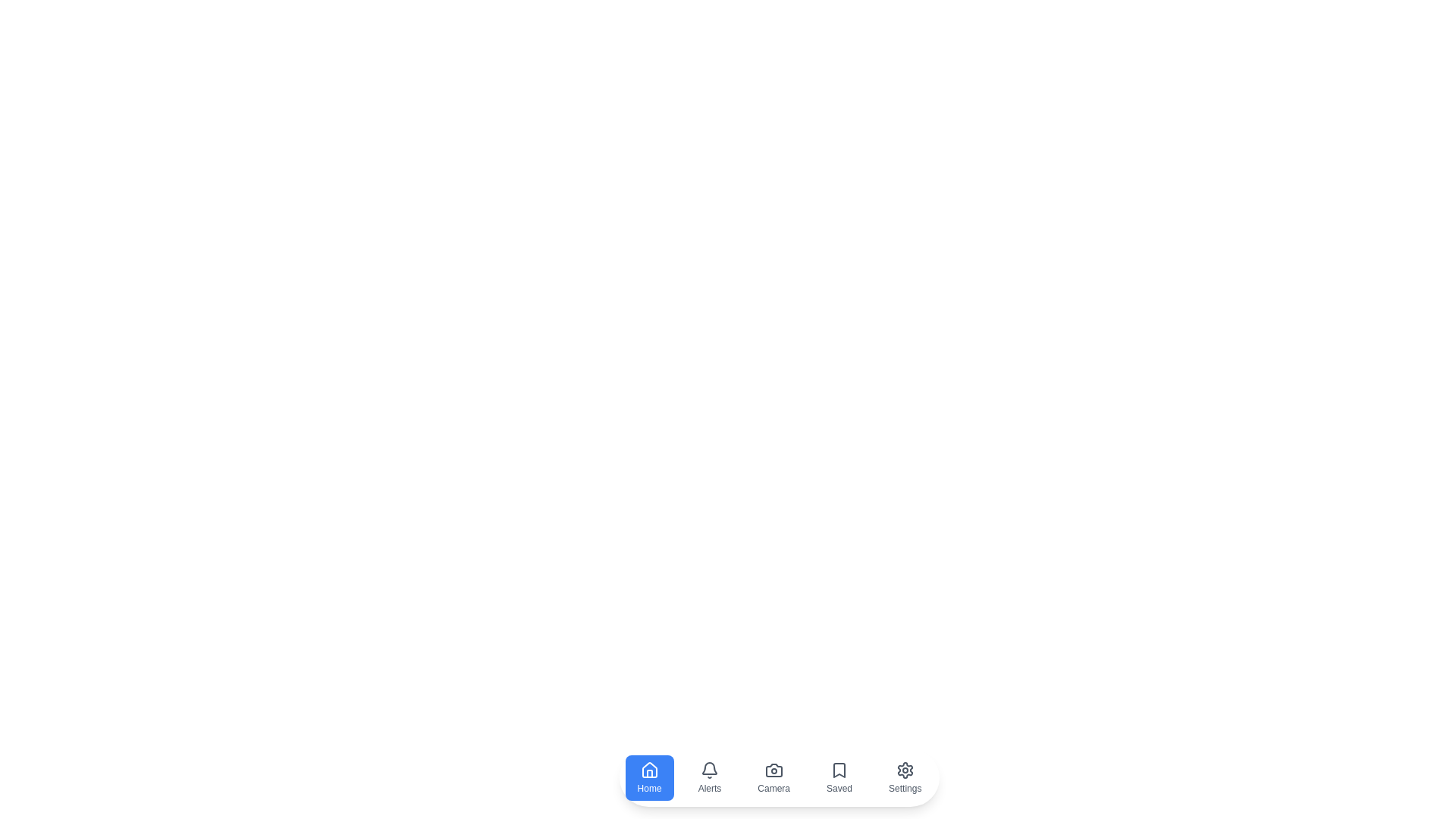 This screenshot has width=1456, height=819. Describe the element at coordinates (709, 778) in the screenshot. I see `the navigation item Alerts by clicking on its respective button` at that location.